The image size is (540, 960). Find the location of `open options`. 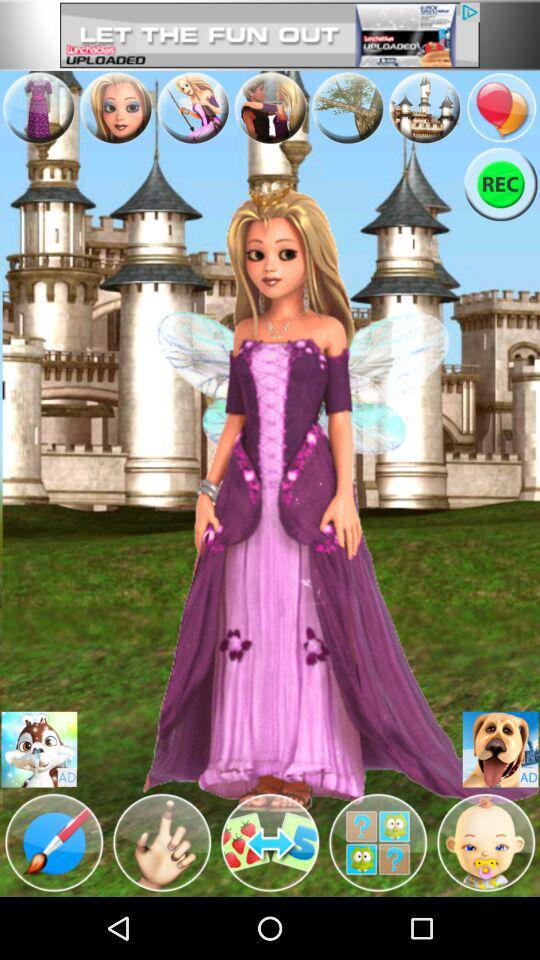

open options is located at coordinates (270, 108).